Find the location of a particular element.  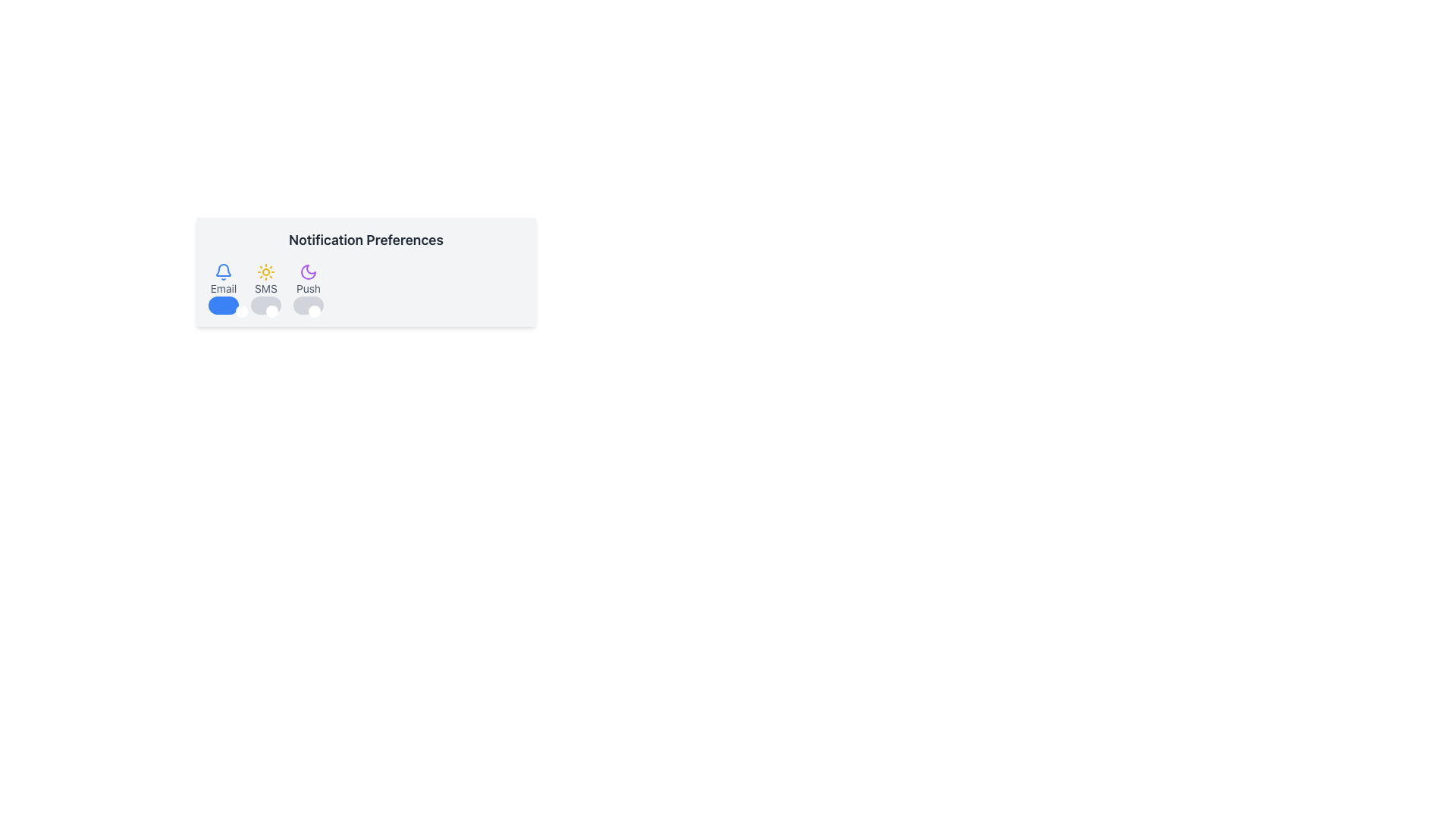

the moon-like icon with a purple color located in the 'Notification Preferences' section is located at coordinates (308, 271).